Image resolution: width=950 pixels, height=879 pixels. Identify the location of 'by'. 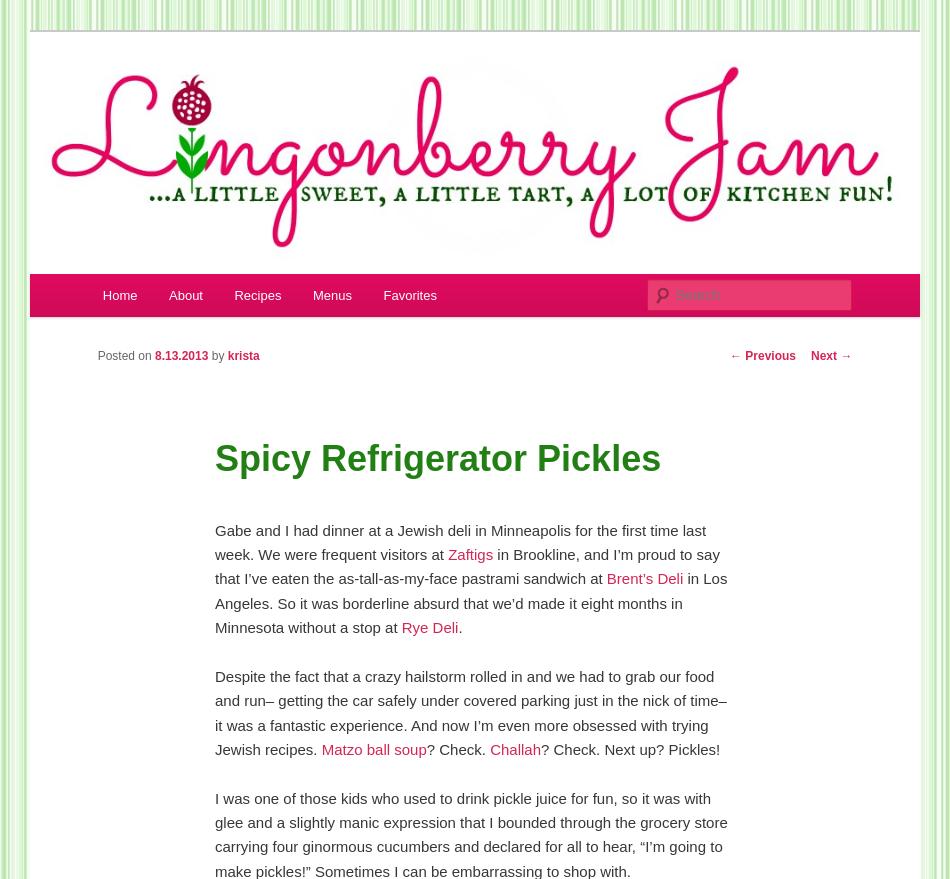
(218, 354).